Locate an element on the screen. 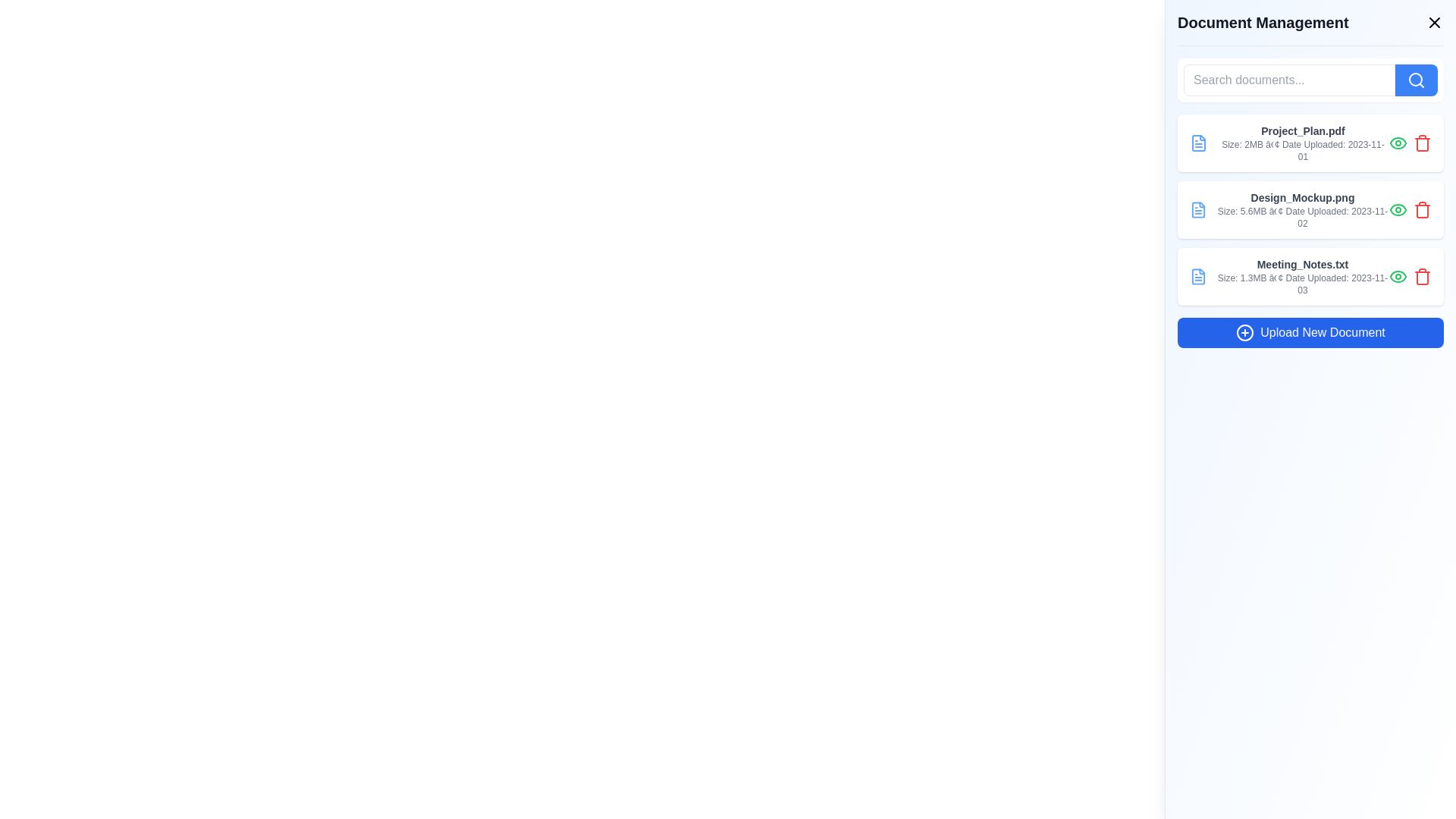 This screenshot has width=1456, height=819. the interactive 'X' icon located to the right of the 'Document Management' header to change its color to red is located at coordinates (1433, 23).